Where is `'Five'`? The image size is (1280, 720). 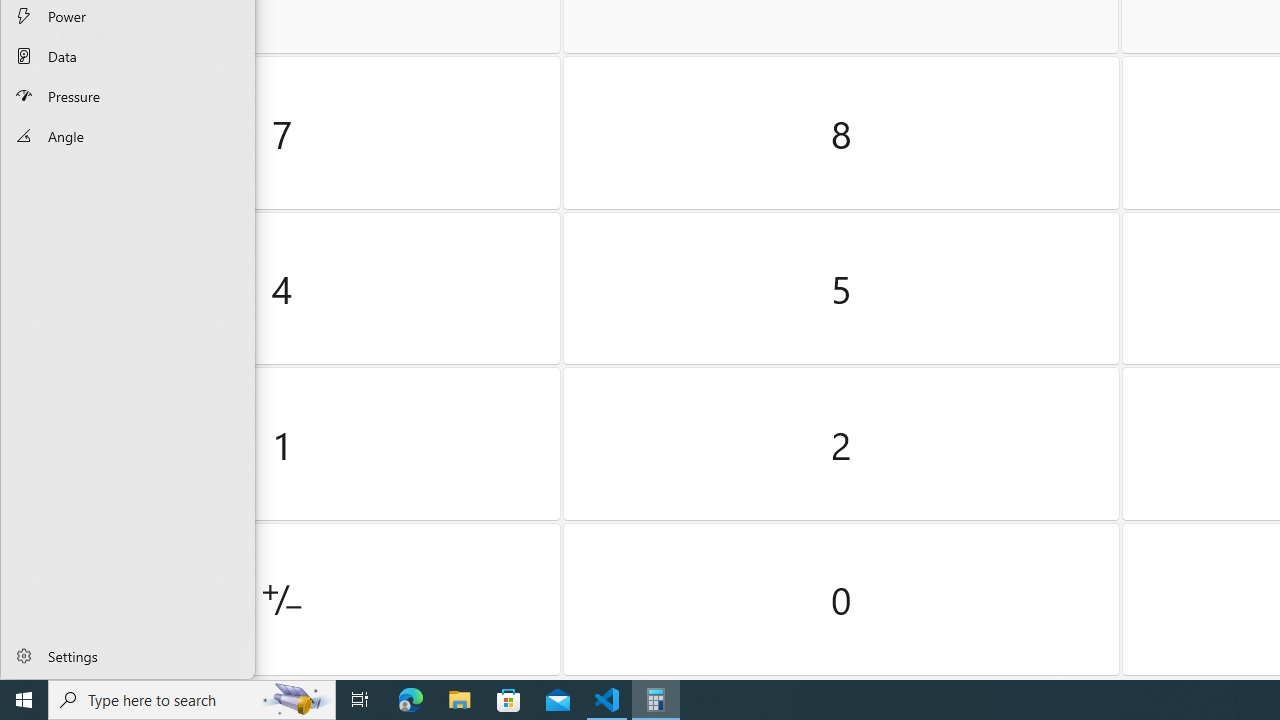
'Five' is located at coordinates (841, 288).